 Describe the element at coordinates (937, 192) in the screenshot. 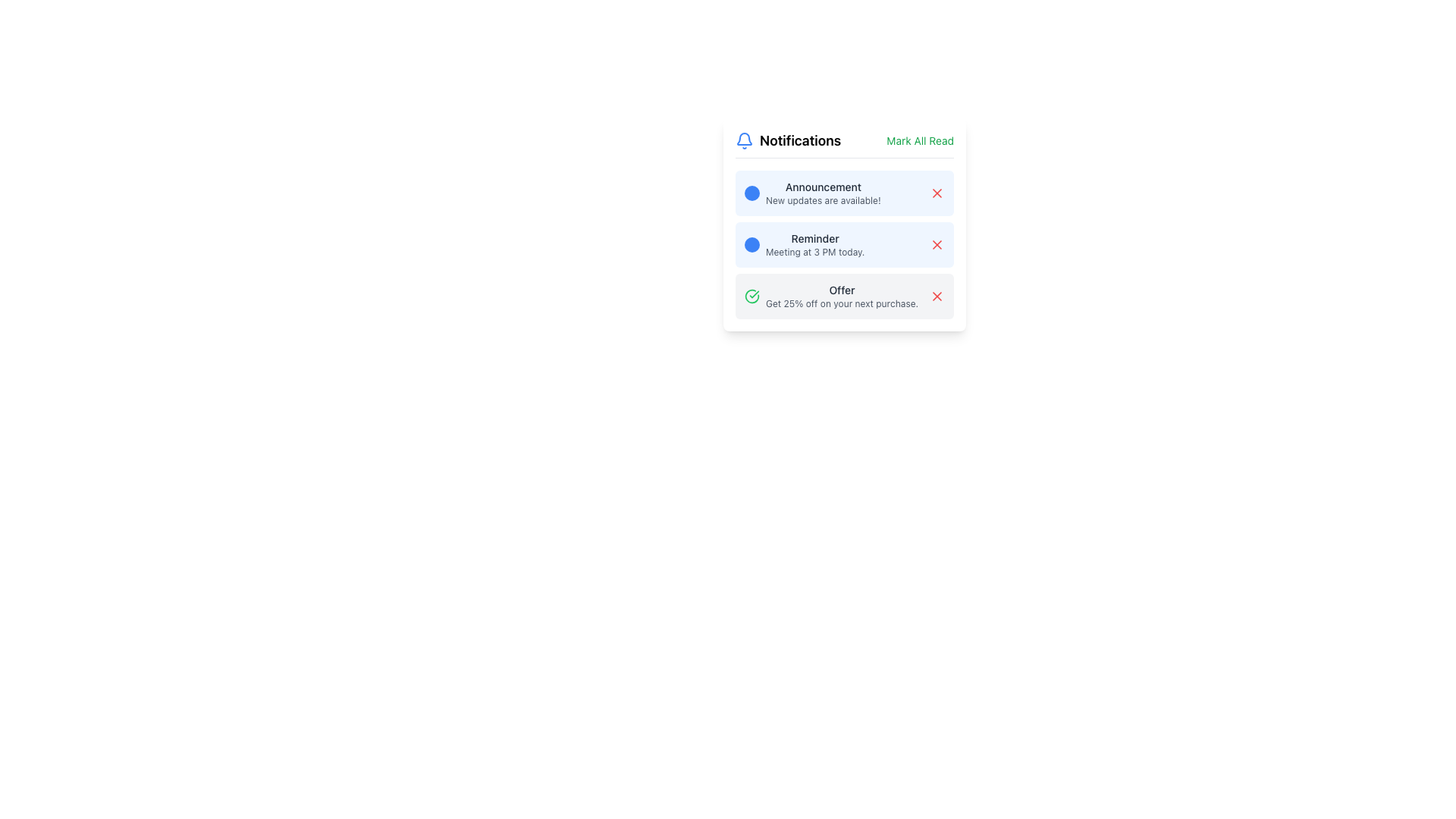

I see `the 'delete' icon located at the top right corner of the first notification card, which represents a dismiss function` at that location.